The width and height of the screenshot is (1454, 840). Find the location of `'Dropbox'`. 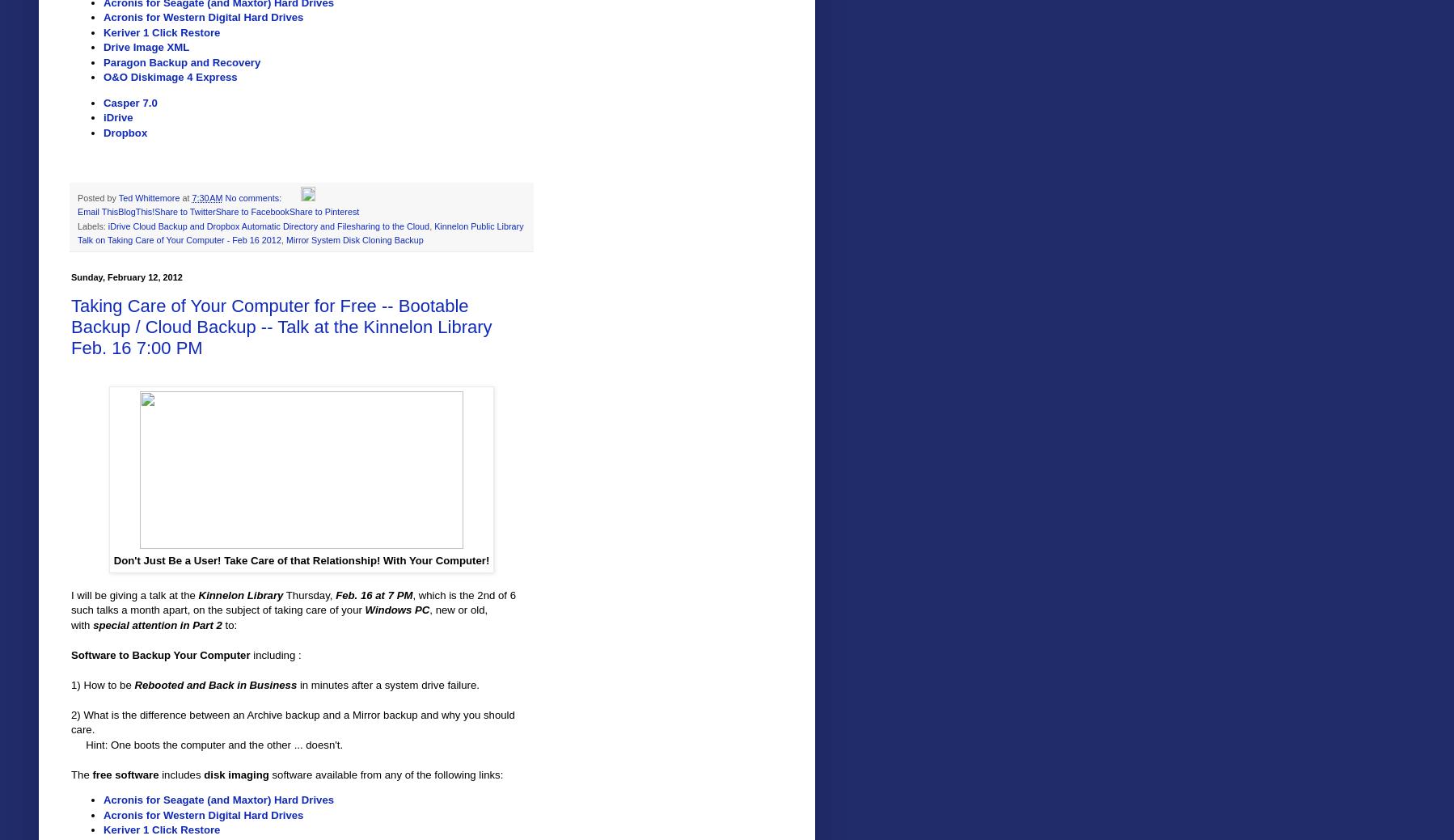

'Dropbox' is located at coordinates (125, 131).